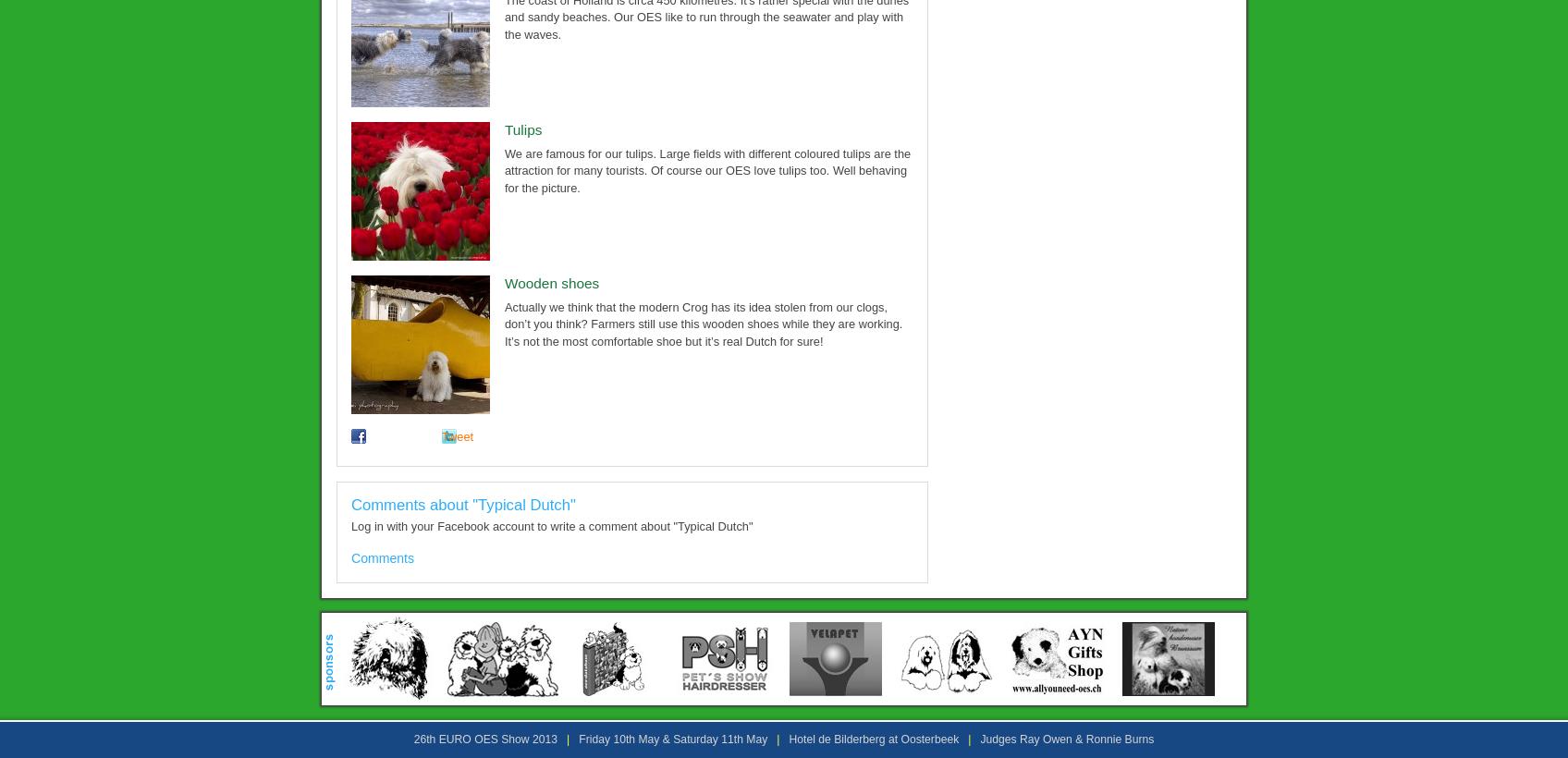 Image resolution: width=1568 pixels, height=758 pixels. Describe the element at coordinates (458, 436) in the screenshot. I see `'Tweet'` at that location.